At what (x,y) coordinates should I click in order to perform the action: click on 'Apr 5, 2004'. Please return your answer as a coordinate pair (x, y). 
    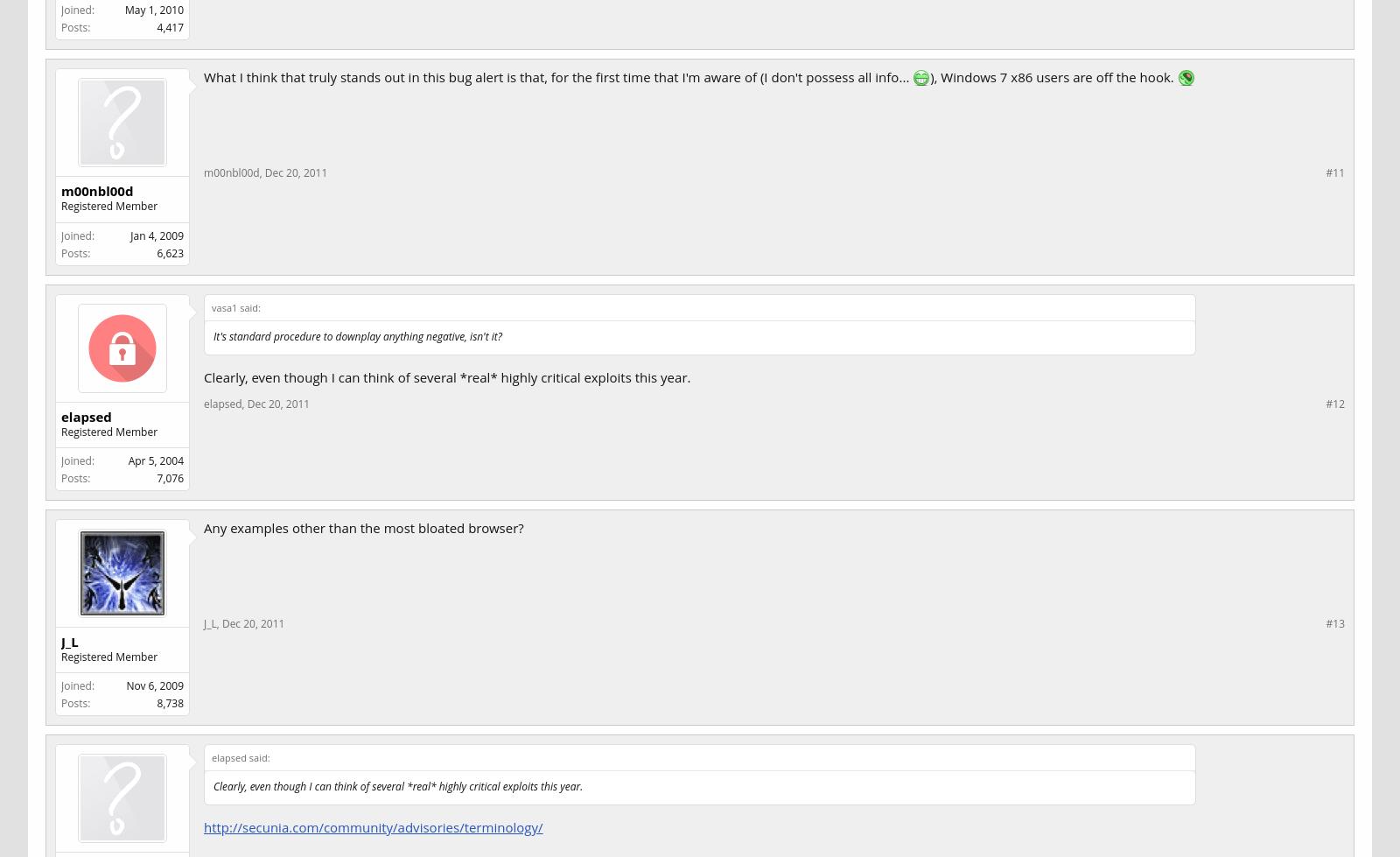
    Looking at the image, I should click on (155, 459).